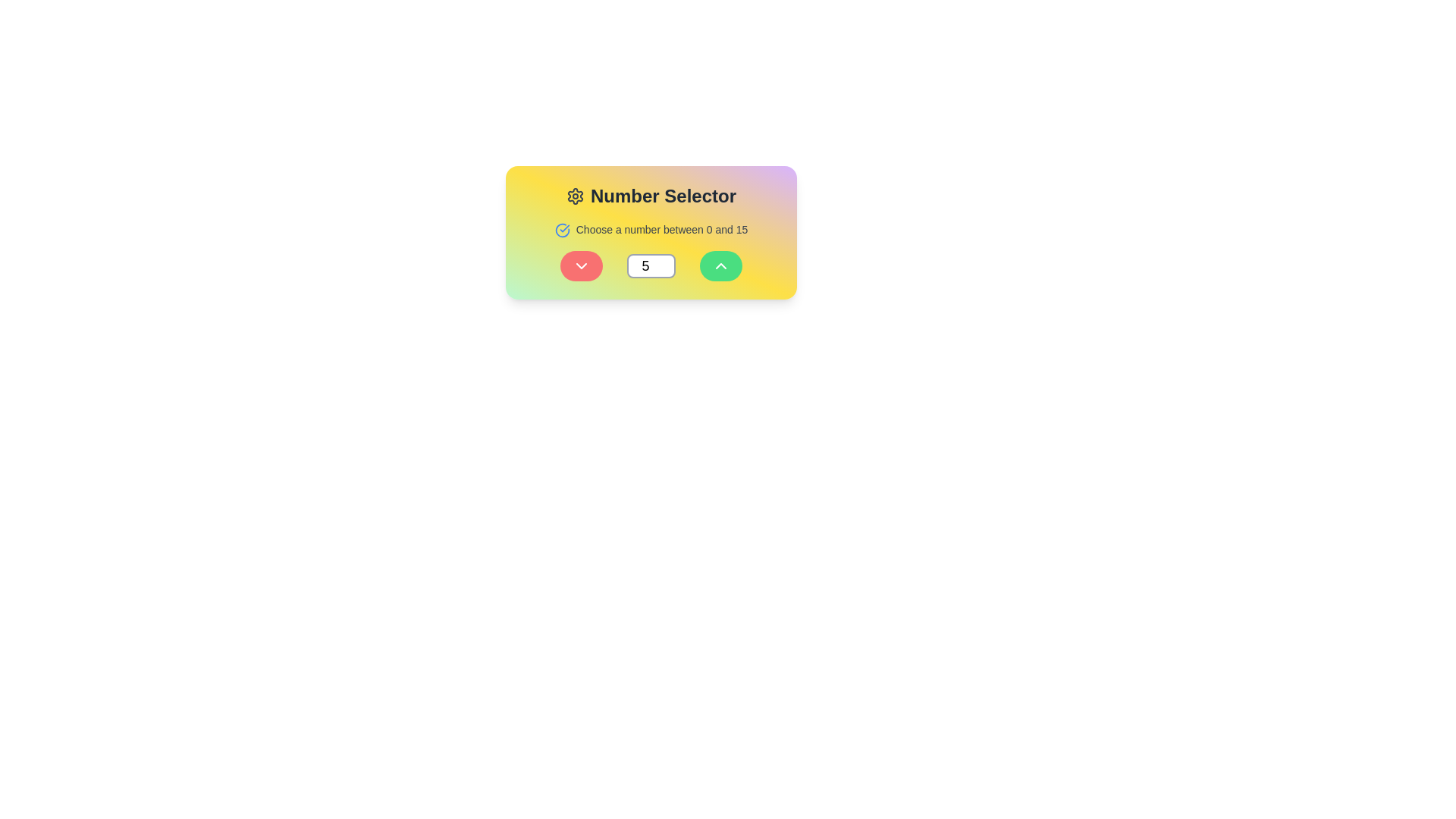  Describe the element at coordinates (662, 230) in the screenshot. I see `instructional label text located to the right of the blue circular icon with a checkmark under the 'Number Selector' header` at that location.